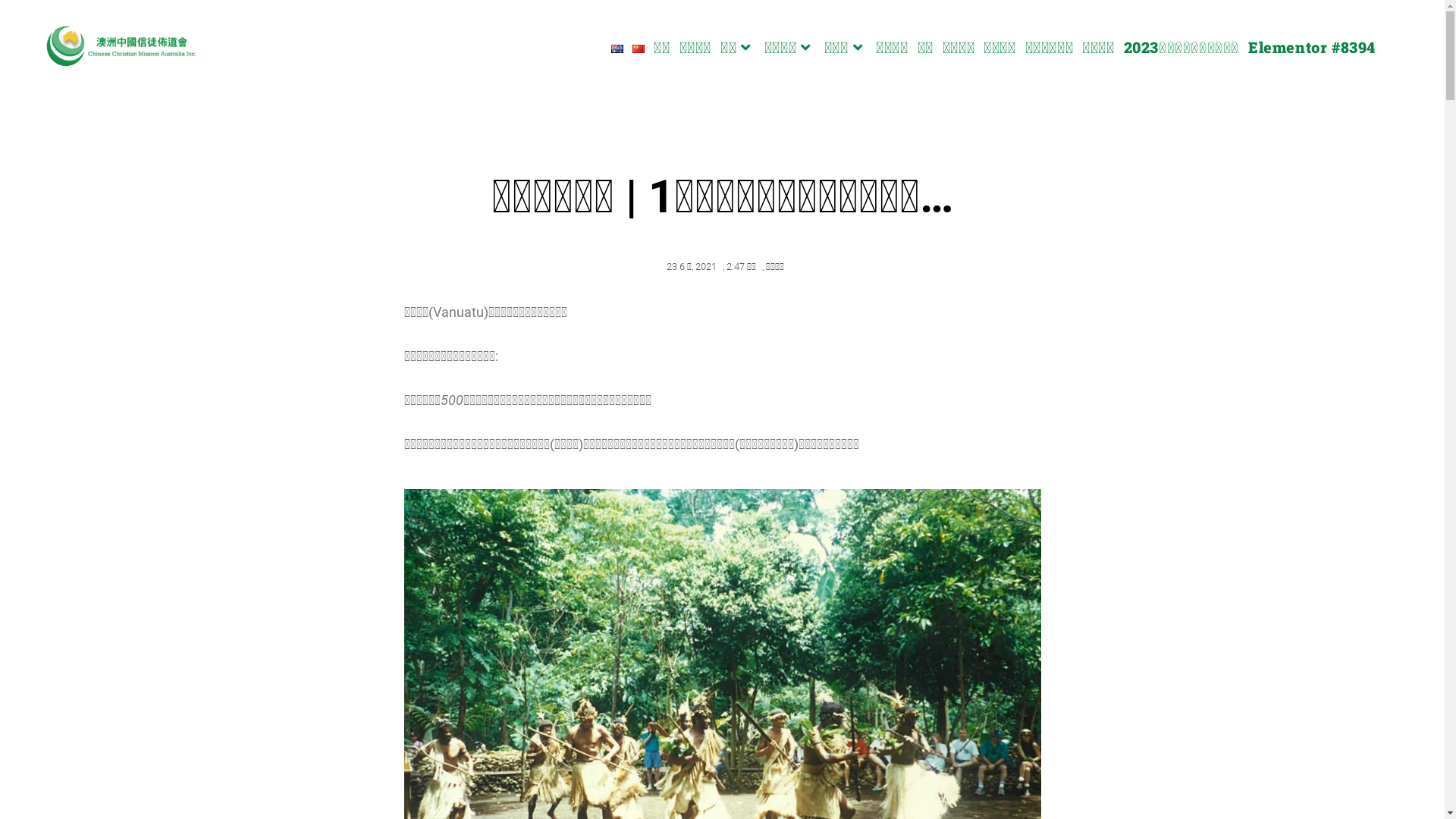 The height and width of the screenshot is (819, 1456). Describe the element at coordinates (1310, 45) in the screenshot. I see `'Elementor #8394'` at that location.